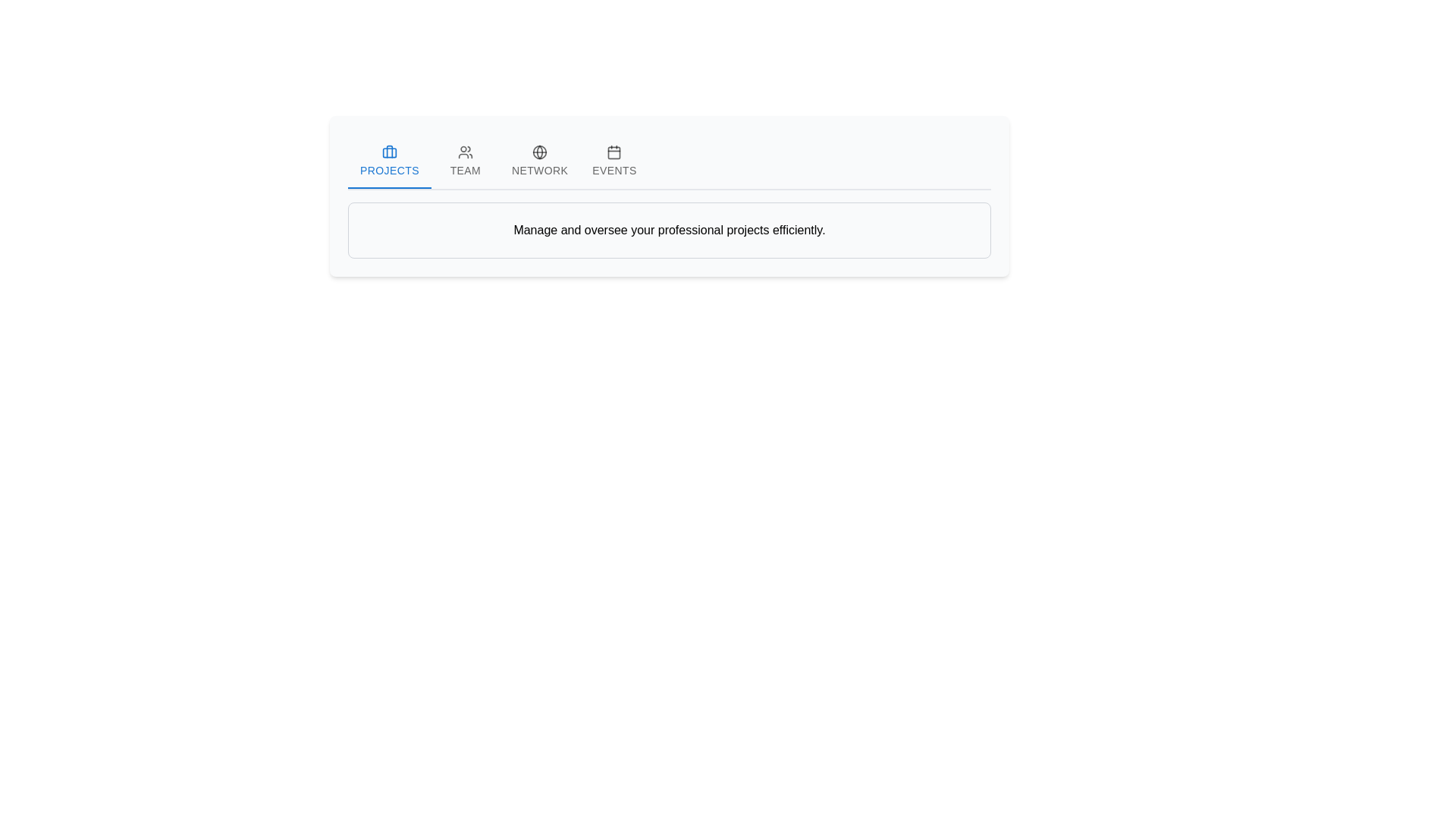 This screenshot has height=819, width=1456. What do you see at coordinates (614, 161) in the screenshot?
I see `the 'Events' tab, which is the fourth tab in the horizontal tab bar and features a calendar icon above the text` at bounding box center [614, 161].